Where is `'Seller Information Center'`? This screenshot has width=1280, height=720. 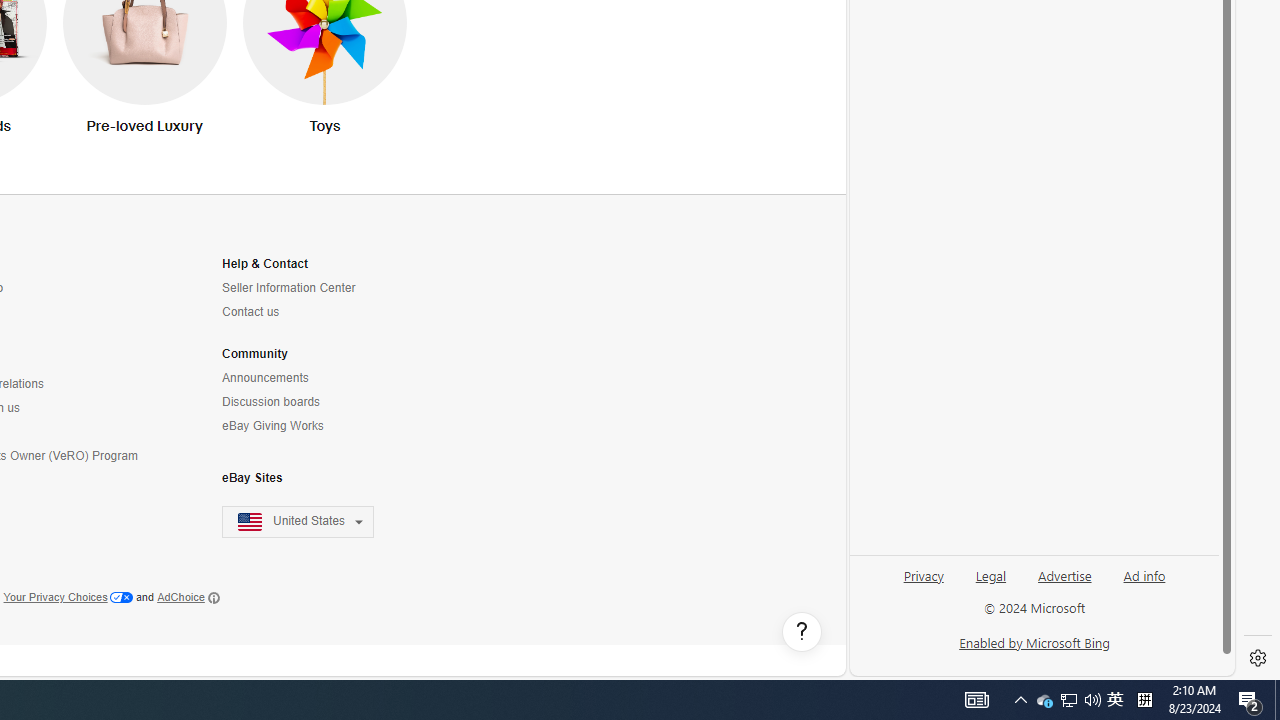
'Seller Information Center' is located at coordinates (309, 288).